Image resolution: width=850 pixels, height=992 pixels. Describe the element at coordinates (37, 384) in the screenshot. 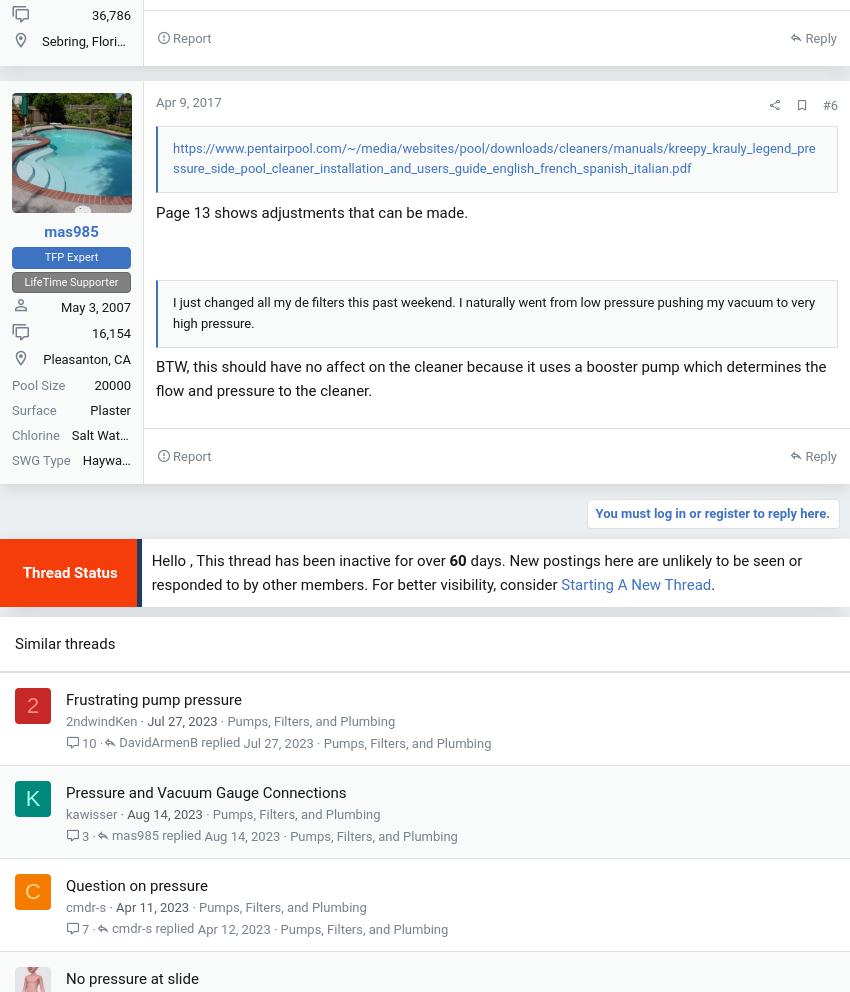

I see `'Pool Size'` at that location.